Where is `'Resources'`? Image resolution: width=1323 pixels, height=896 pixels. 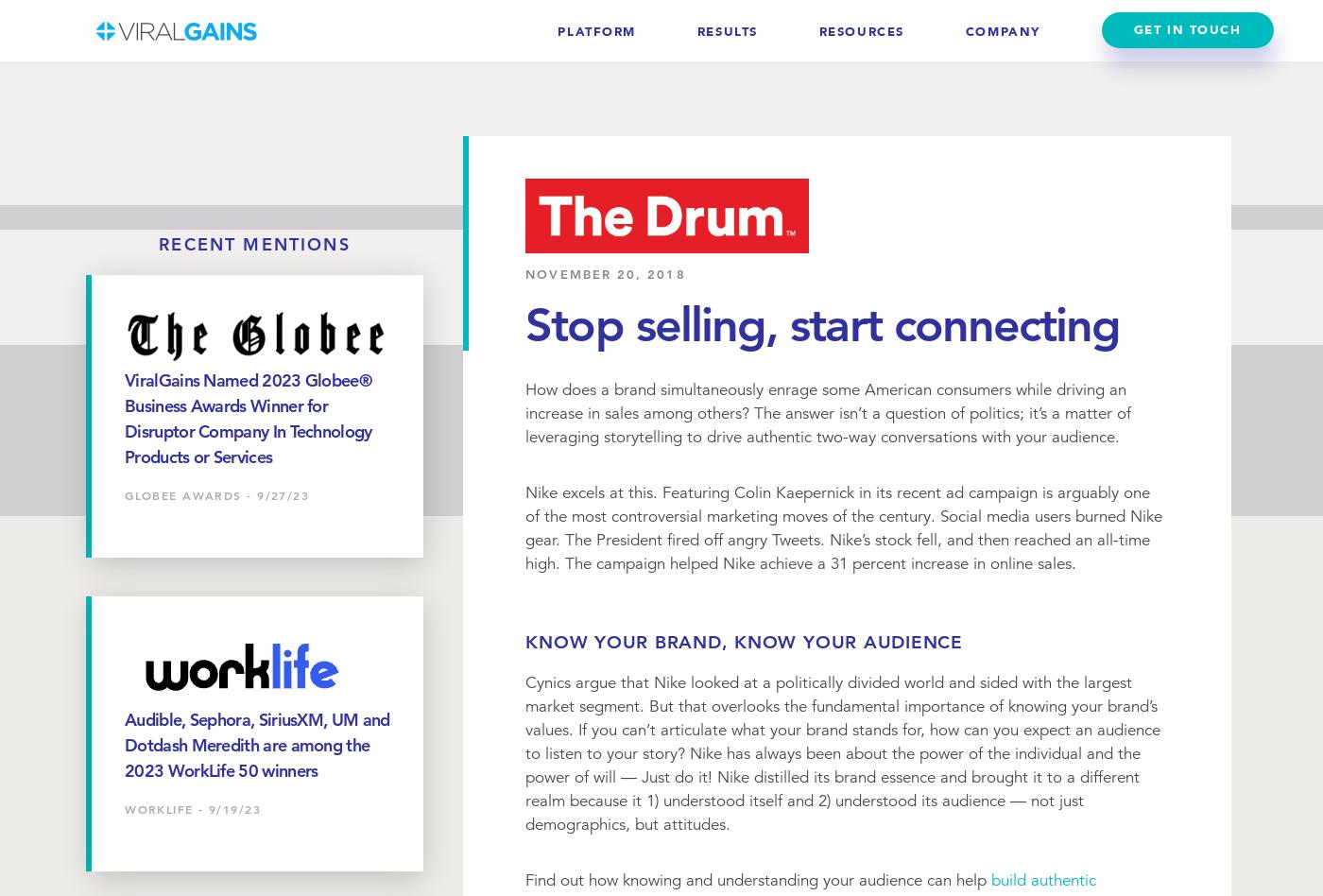
'Resources' is located at coordinates (860, 30).